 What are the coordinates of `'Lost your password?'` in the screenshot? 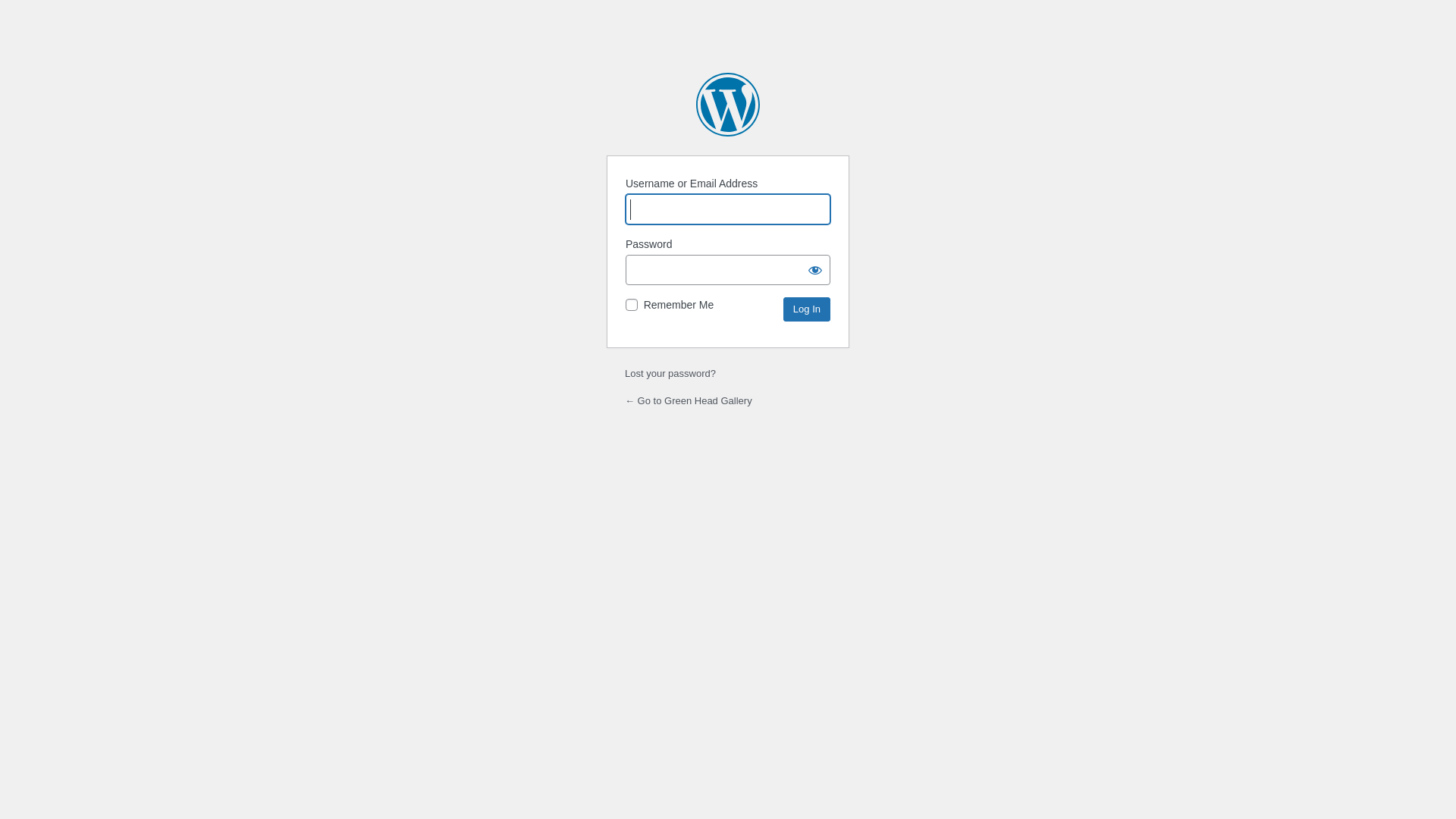 It's located at (669, 373).